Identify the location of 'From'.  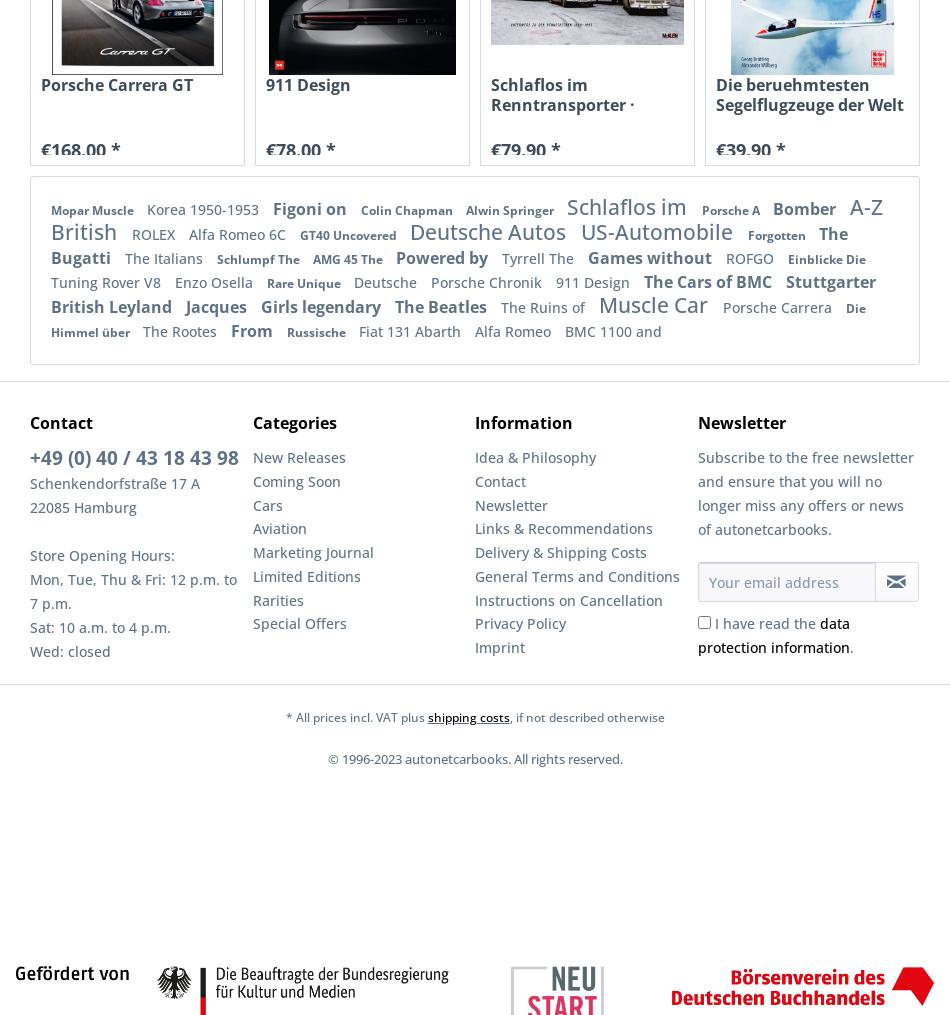
(253, 328).